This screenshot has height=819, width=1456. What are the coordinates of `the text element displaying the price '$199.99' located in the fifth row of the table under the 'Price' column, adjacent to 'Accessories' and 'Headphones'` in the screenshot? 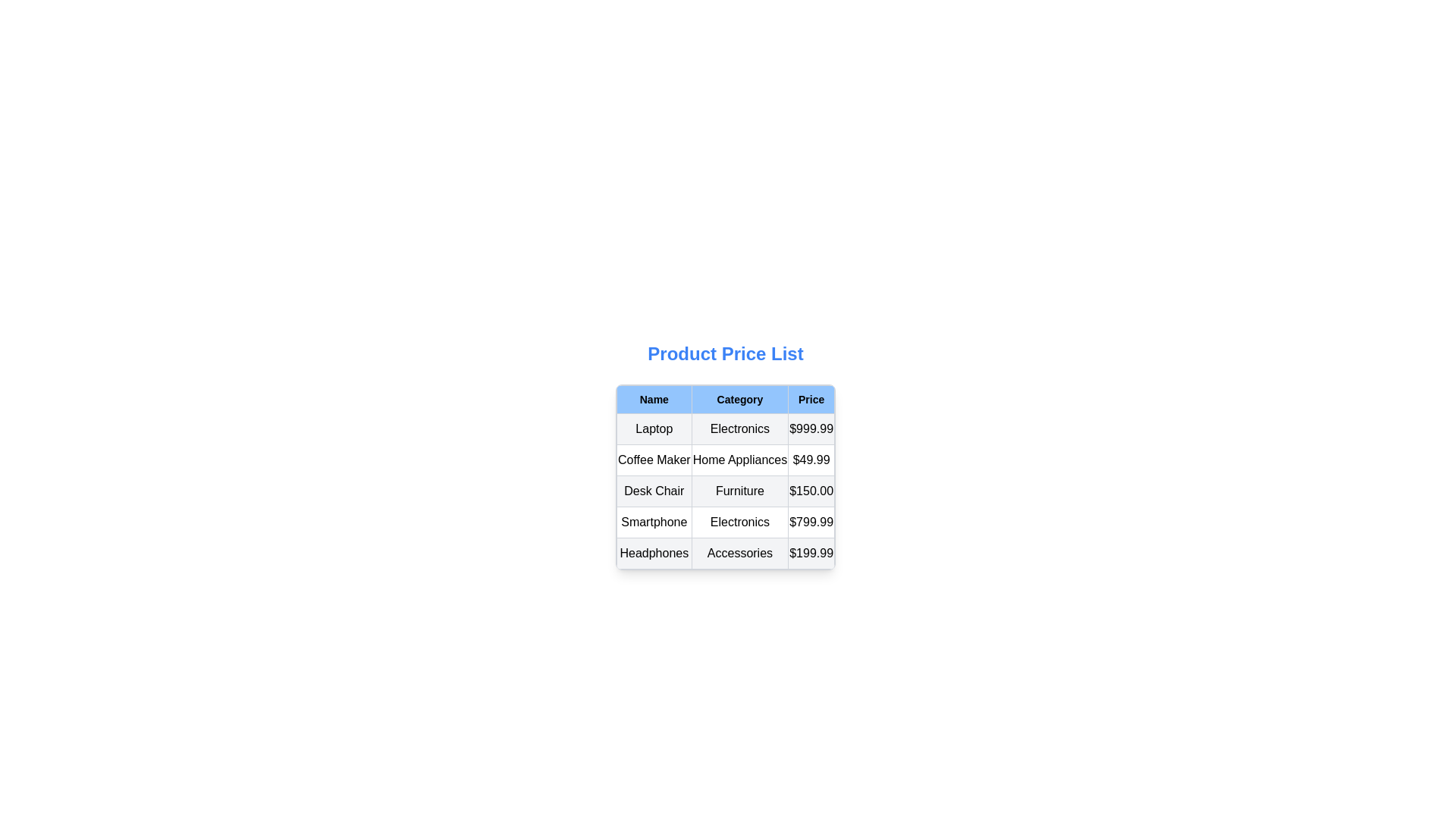 It's located at (811, 553).